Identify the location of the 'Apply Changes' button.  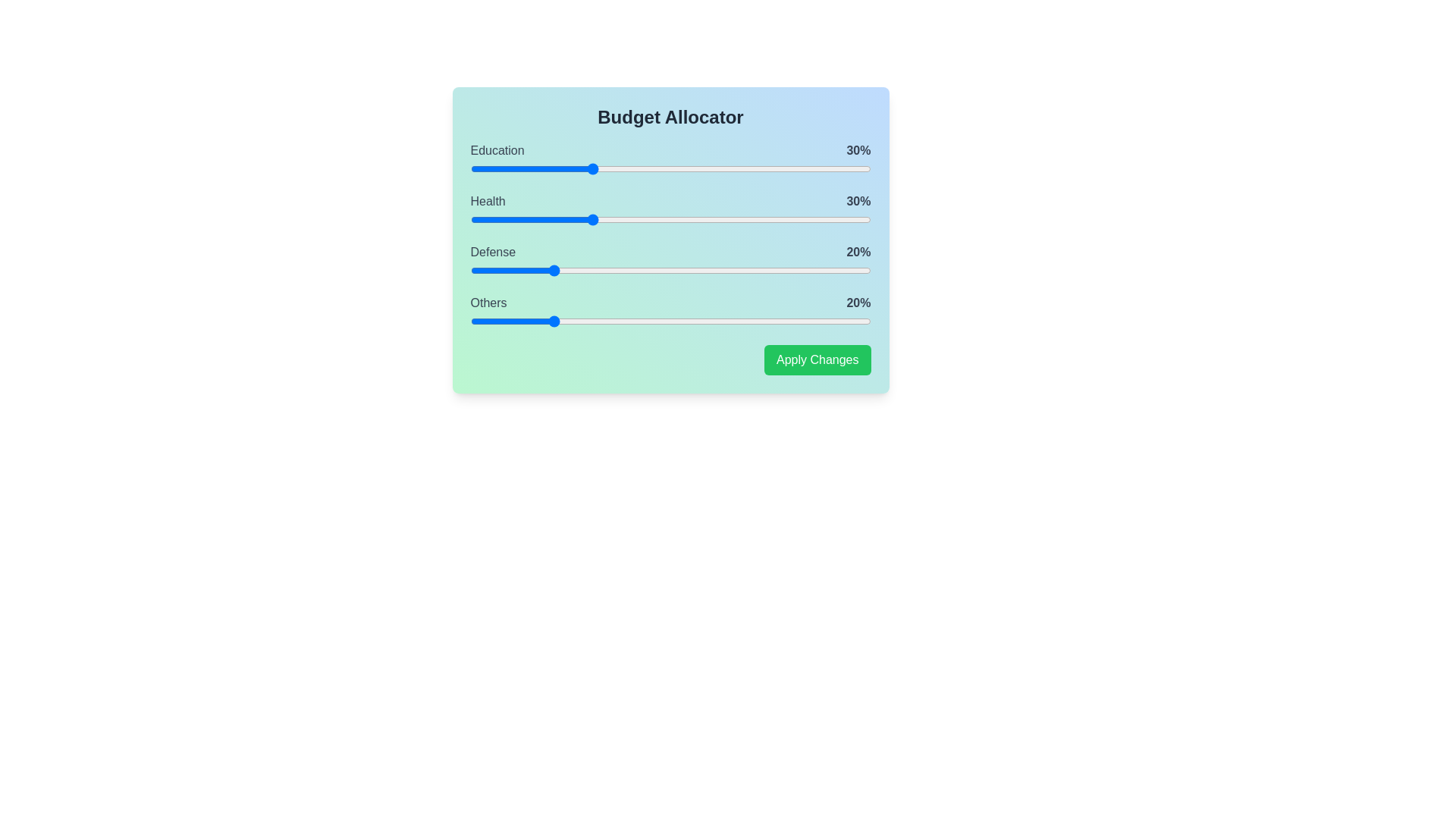
(817, 359).